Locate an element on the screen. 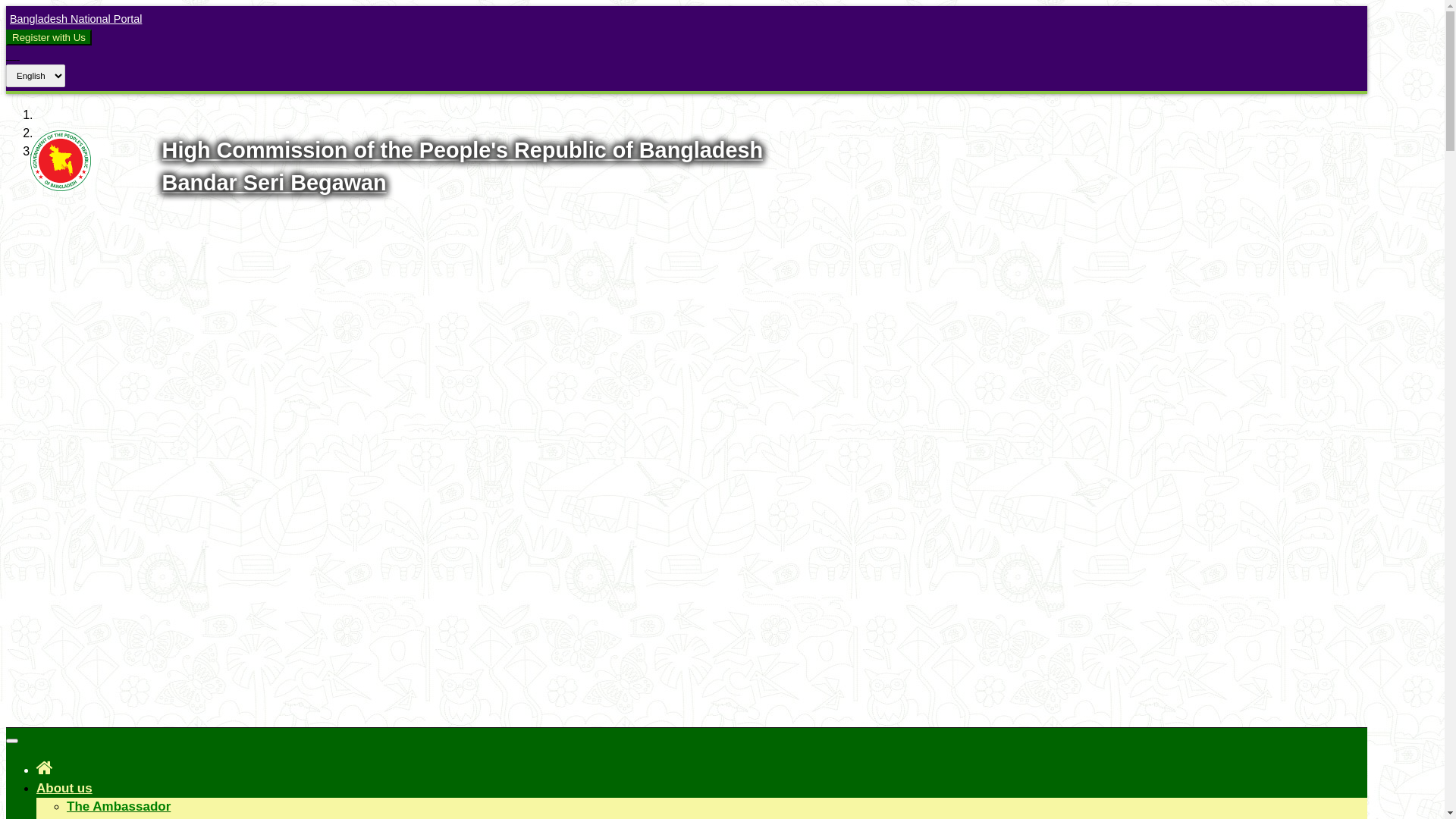  'Logo' is located at coordinates (61, 186).